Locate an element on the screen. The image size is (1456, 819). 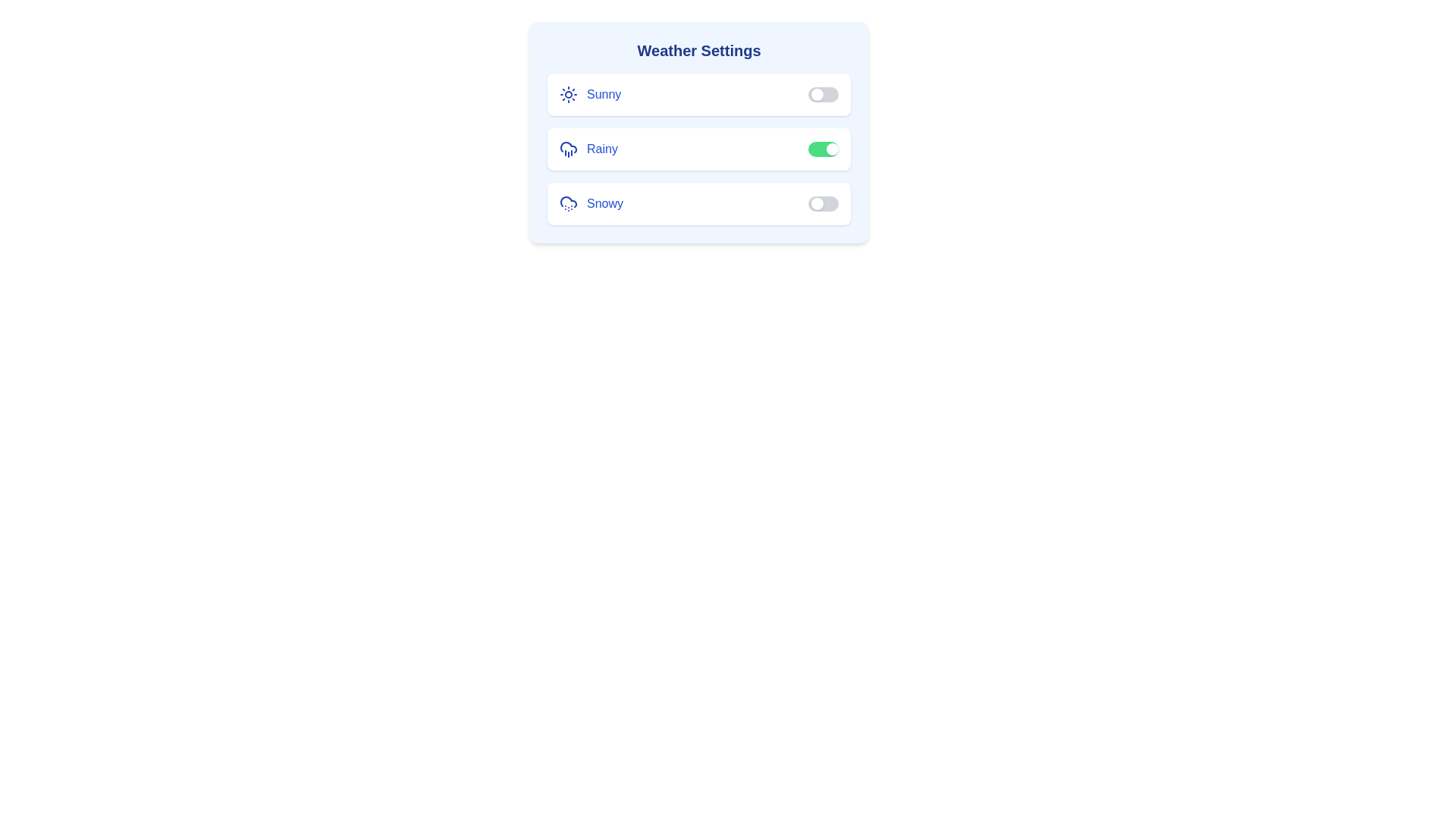
the 'Rainy' toggle option in the weather settings, which is indicated by a green toggle switch and is positioned between the 'Sunny' option above and the 'Snowy' option below is located at coordinates (698, 149).